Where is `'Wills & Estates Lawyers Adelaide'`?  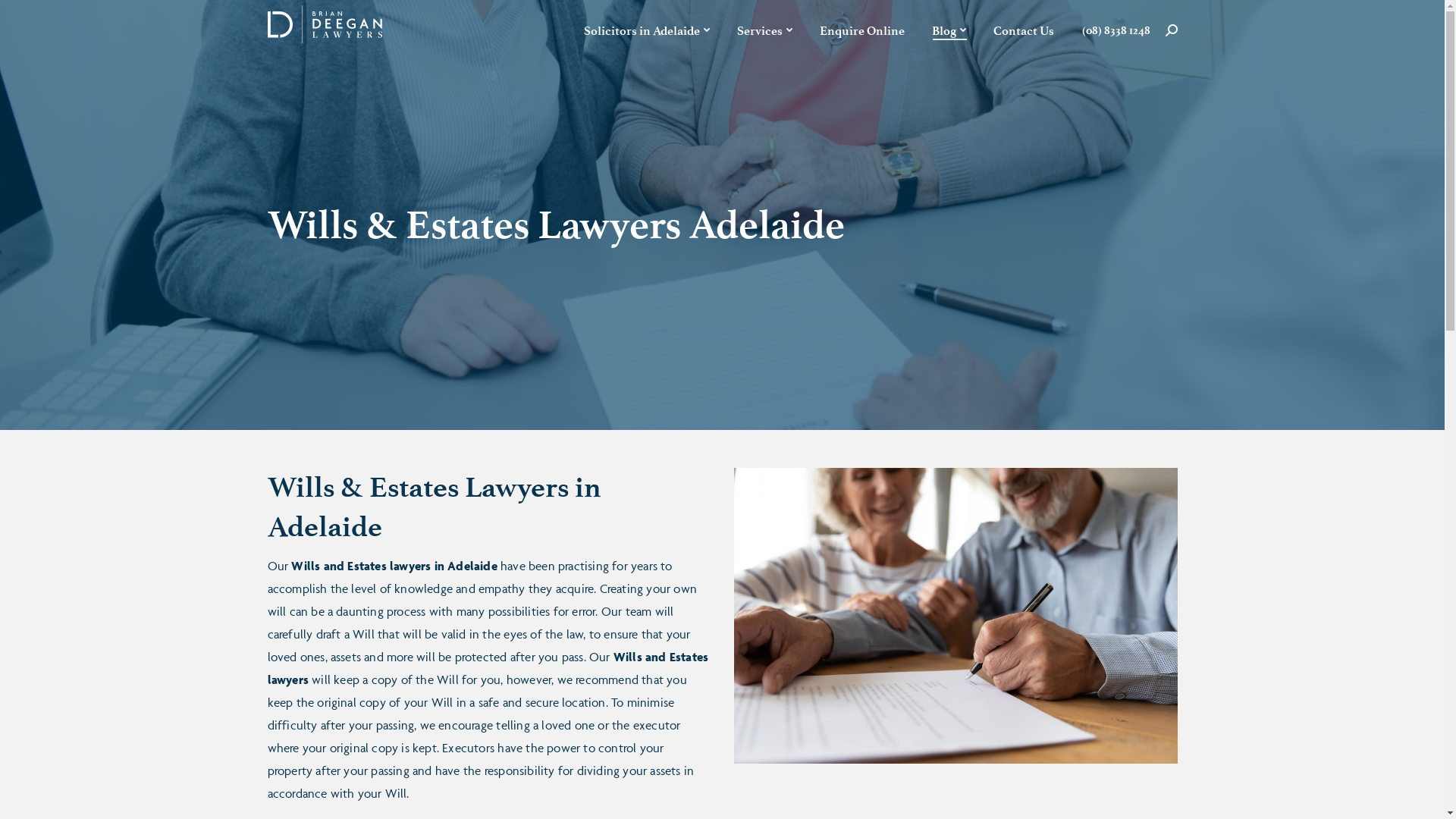
'Wills & Estates Lawyers Adelaide' is located at coordinates (955, 616).